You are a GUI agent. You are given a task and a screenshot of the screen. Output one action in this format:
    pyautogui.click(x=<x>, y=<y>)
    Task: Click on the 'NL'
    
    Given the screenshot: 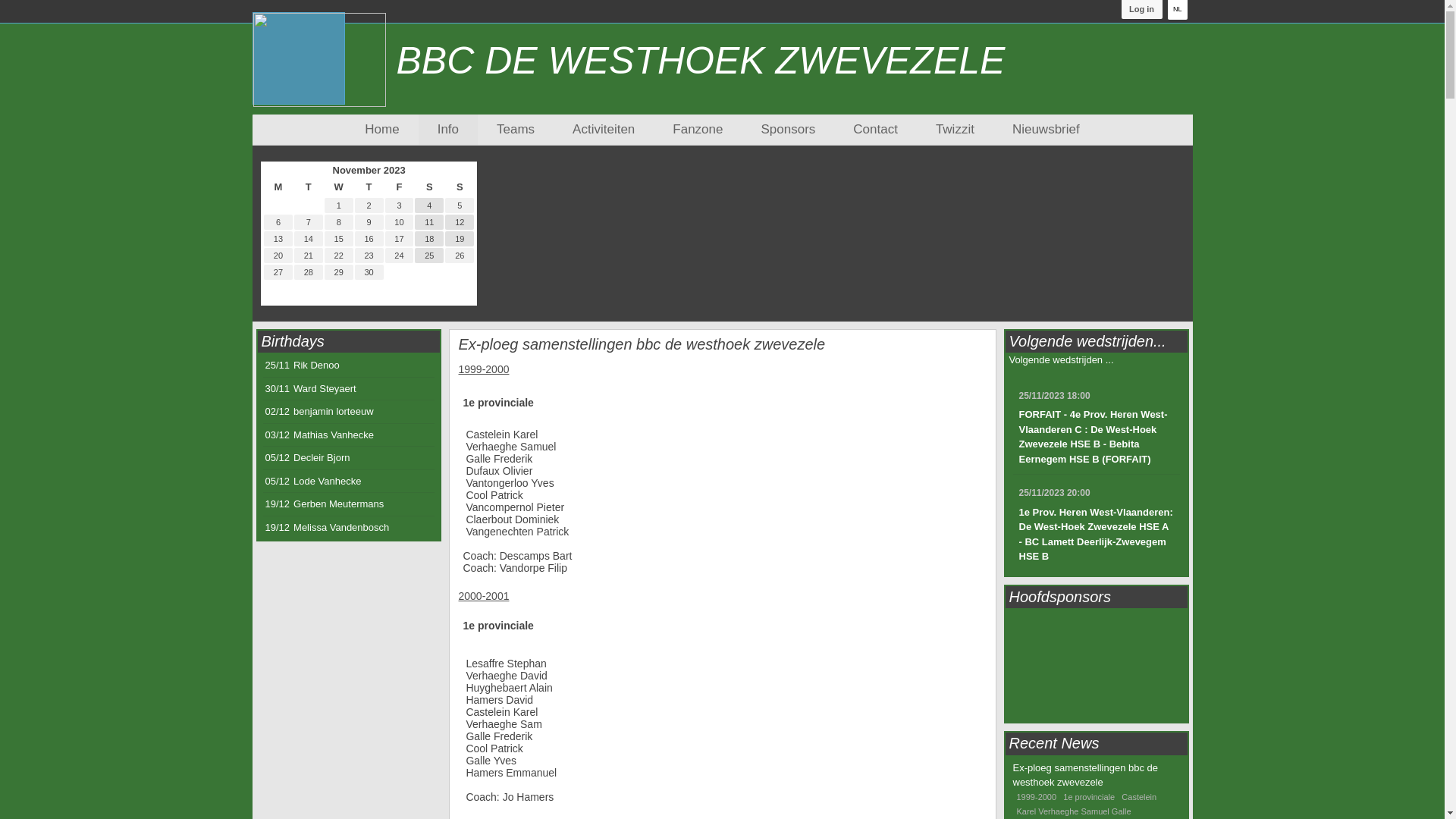 What is the action you would take?
    pyautogui.click(x=1177, y=9)
    